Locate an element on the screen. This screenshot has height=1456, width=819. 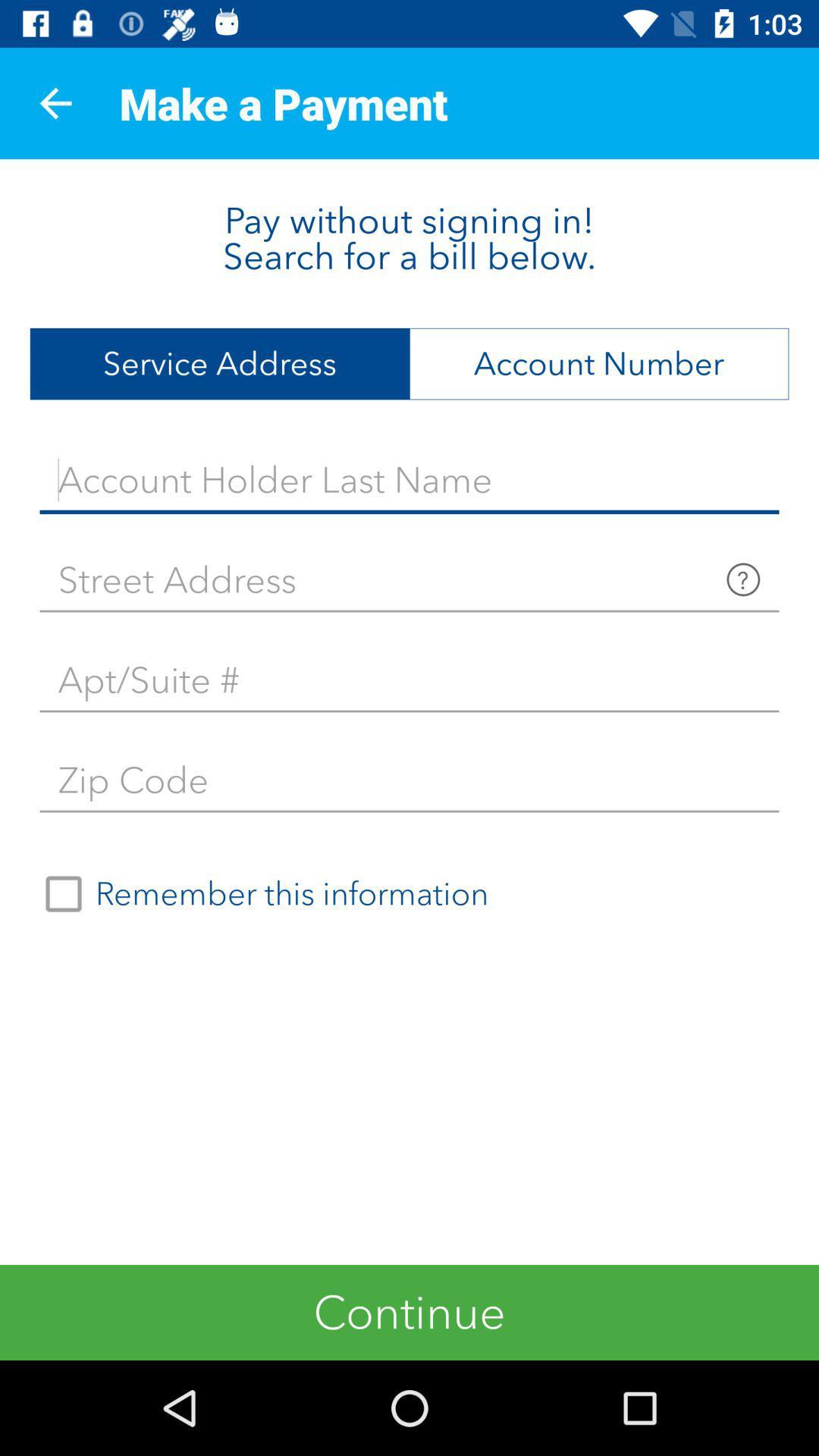
app next to make a payment is located at coordinates (55, 102).